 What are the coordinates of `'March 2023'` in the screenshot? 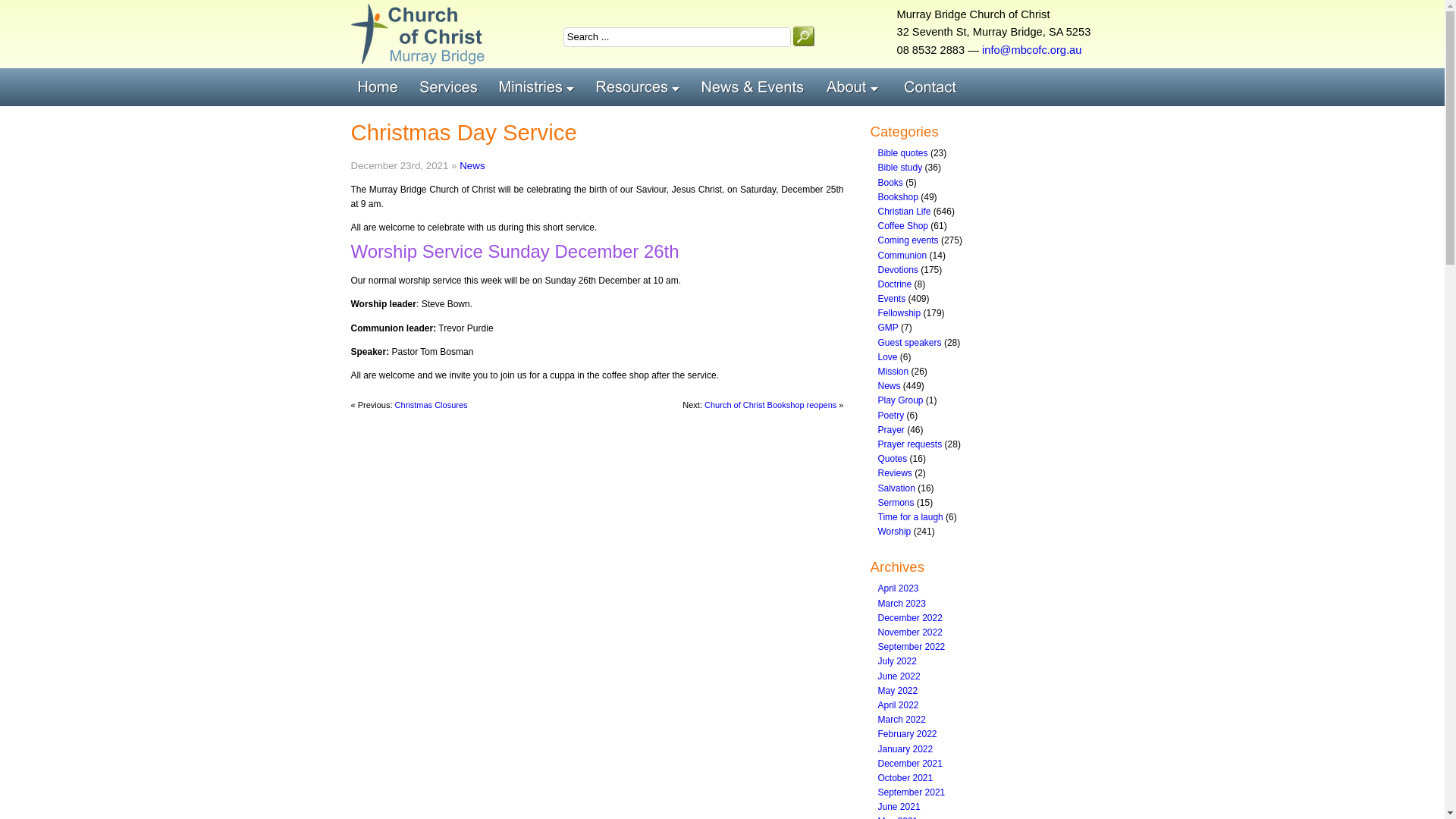 It's located at (902, 602).